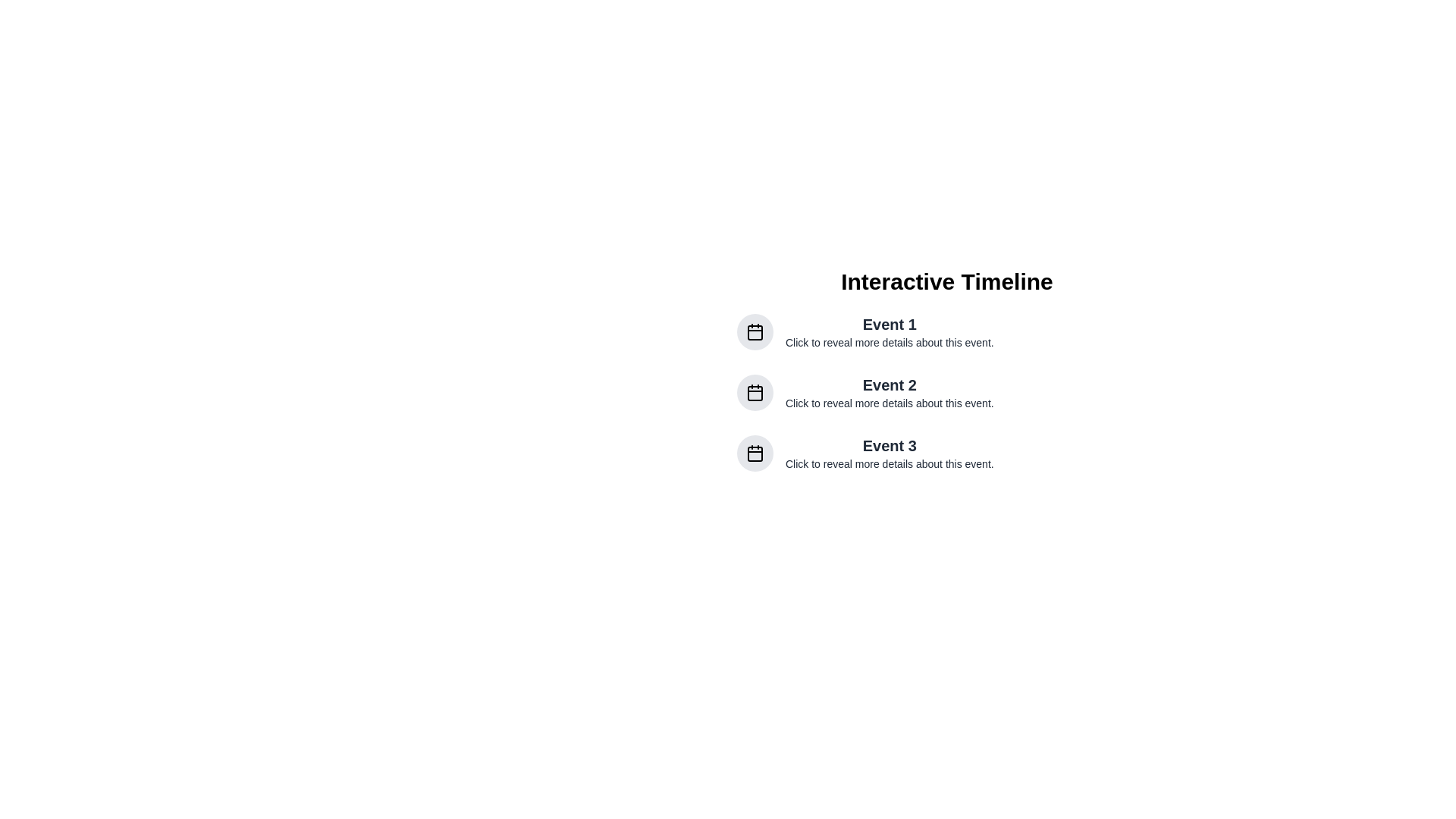  I want to click on the third calendar icon under the 'Interactive Timeline' heading, so click(755, 452).